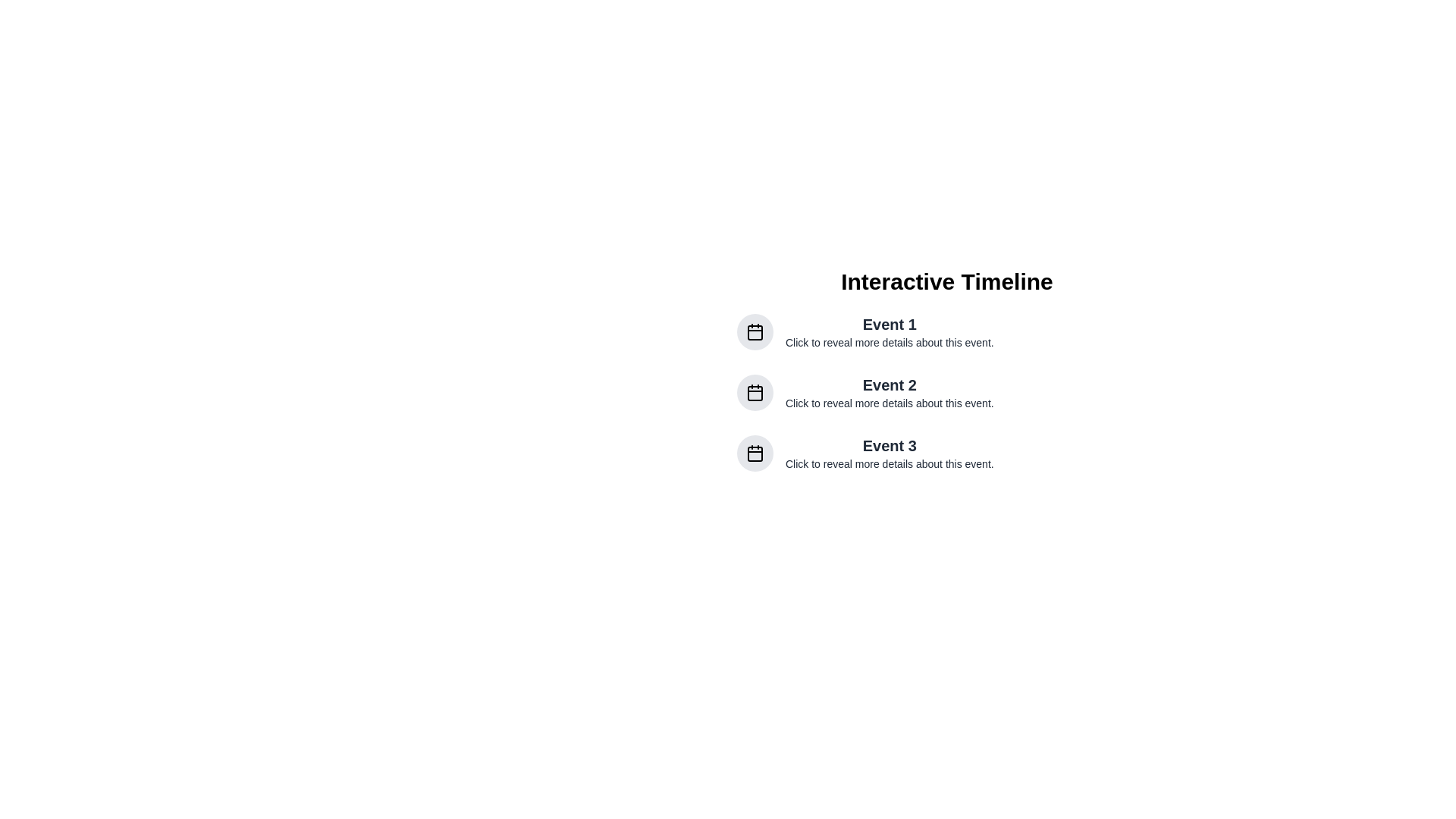  I want to click on the third calendar icon under the 'Interactive Timeline' heading, so click(755, 452).